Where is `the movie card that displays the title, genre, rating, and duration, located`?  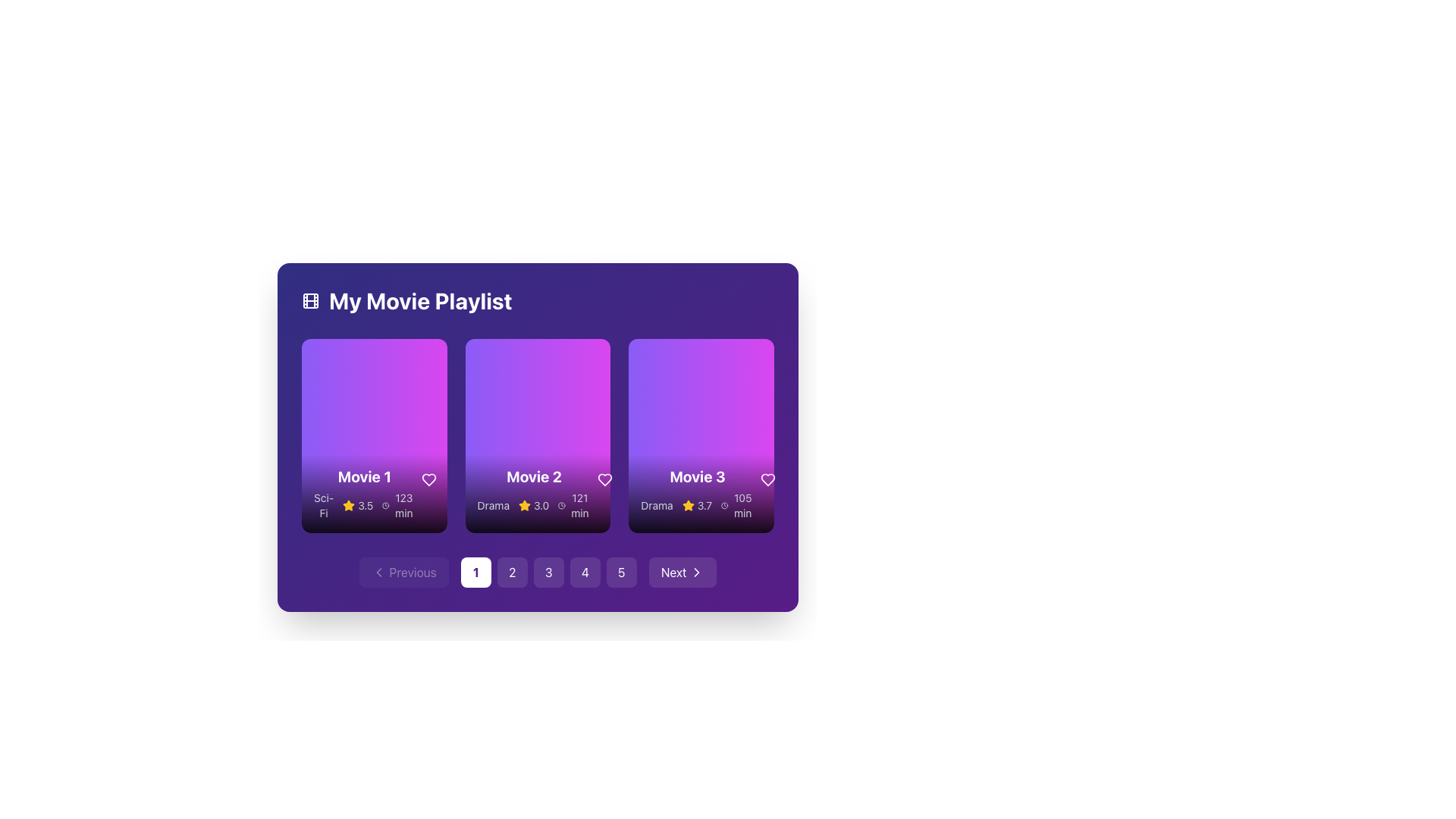 the movie card that displays the title, genre, rating, and duration, located is located at coordinates (538, 438).